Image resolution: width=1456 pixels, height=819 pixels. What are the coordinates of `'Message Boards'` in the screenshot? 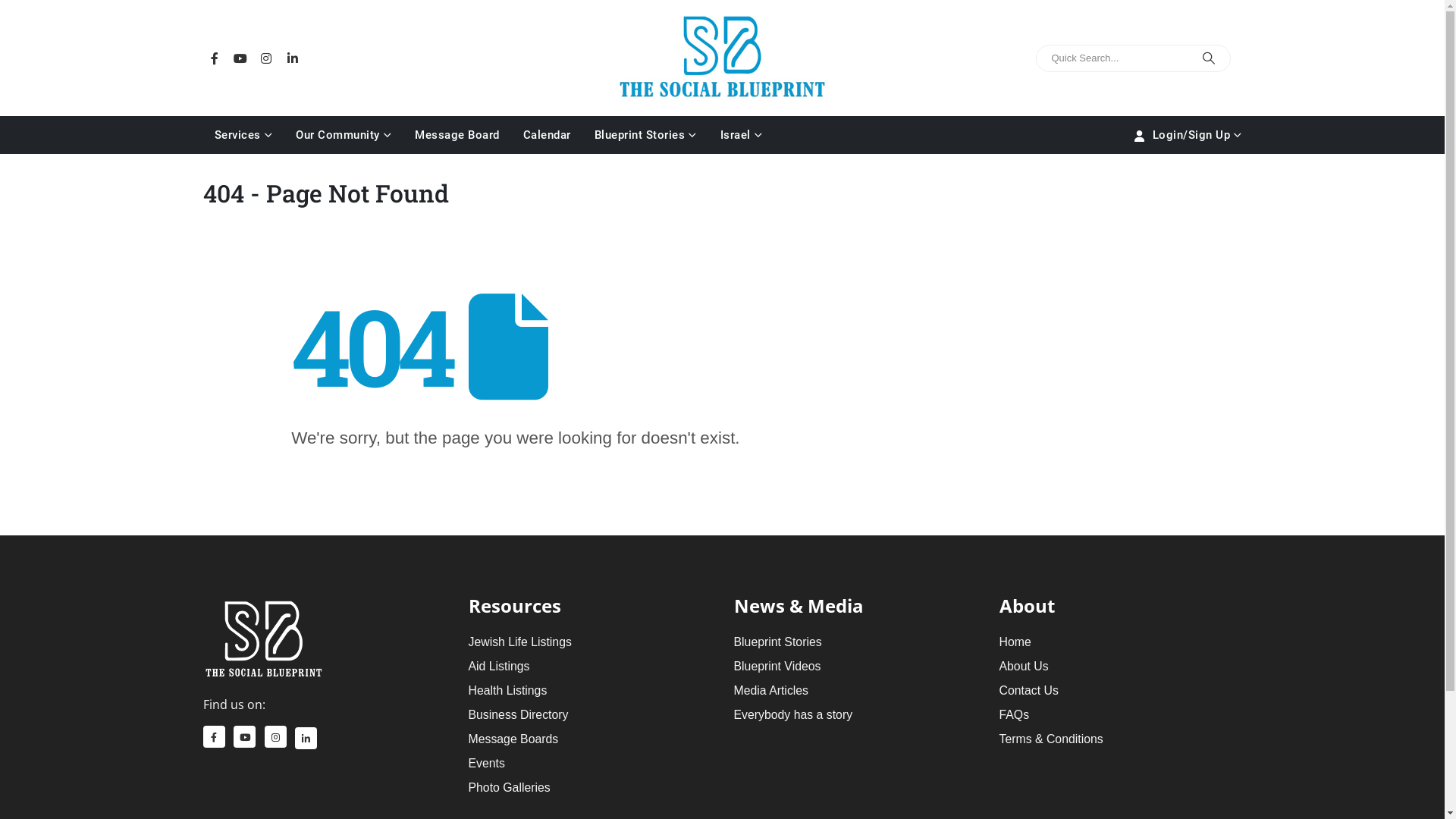 It's located at (513, 738).